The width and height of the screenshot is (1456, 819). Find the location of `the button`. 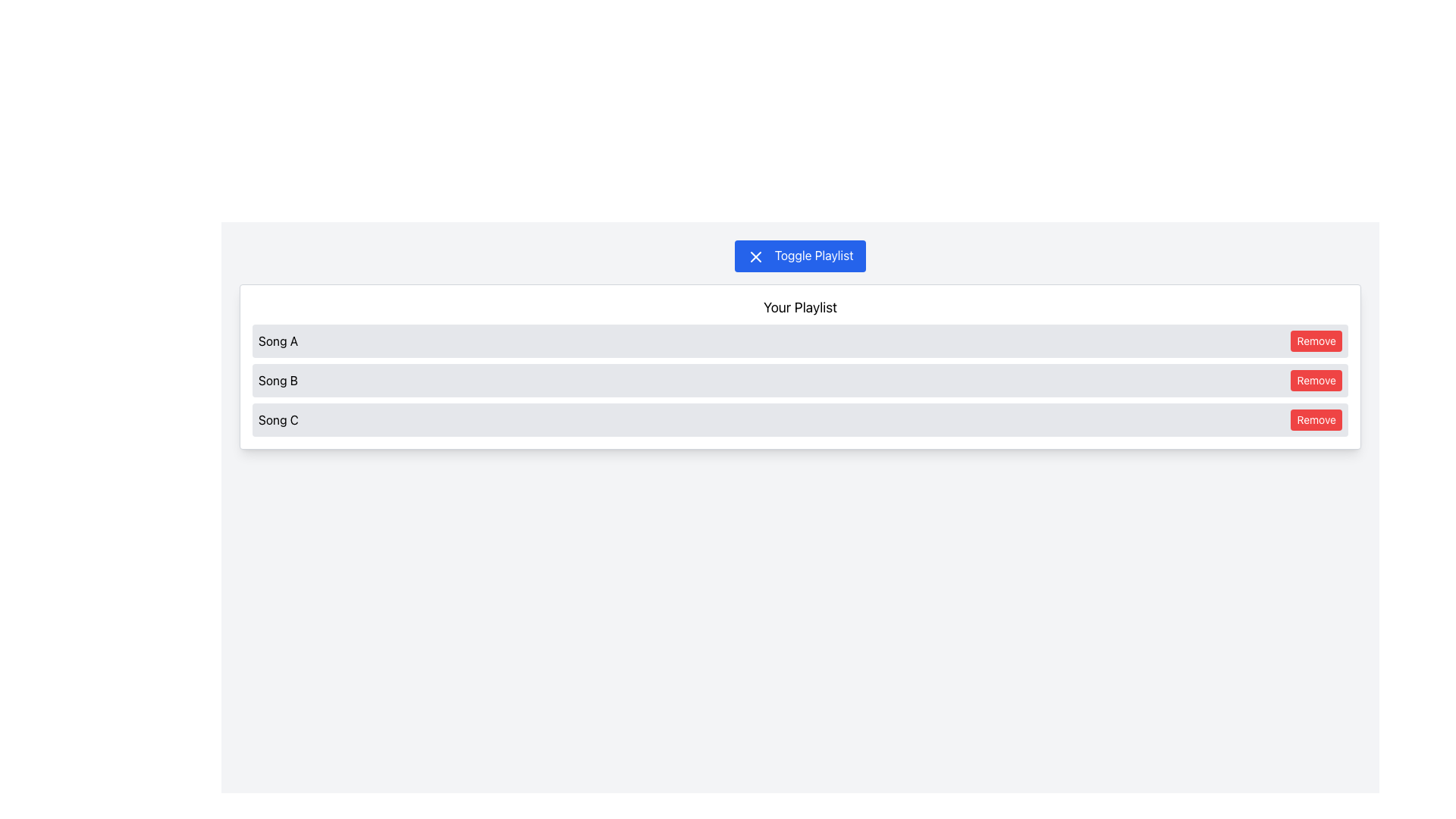

the button is located at coordinates (1316, 419).